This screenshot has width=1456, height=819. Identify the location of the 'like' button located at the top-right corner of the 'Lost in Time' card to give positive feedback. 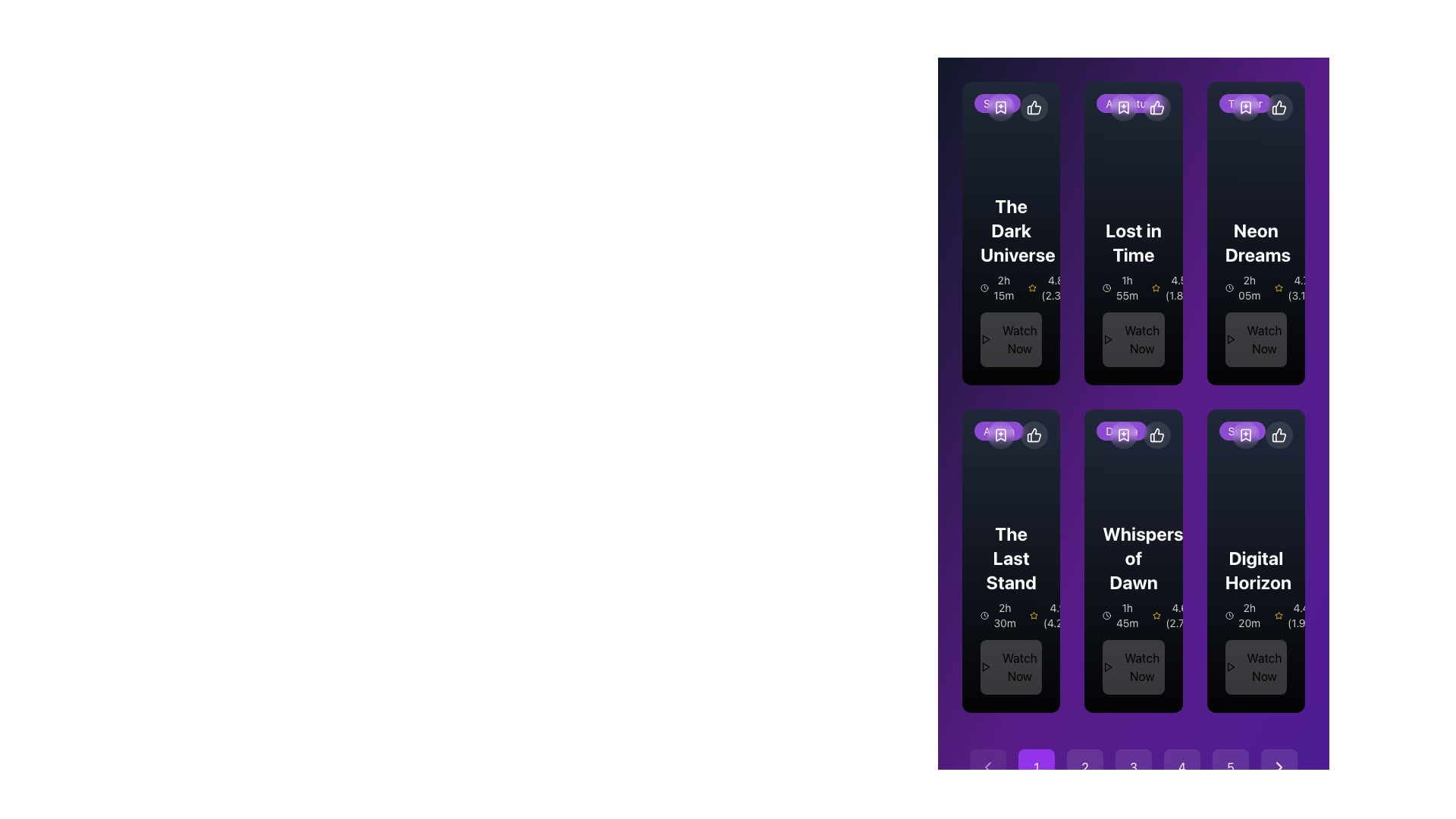
(1156, 107).